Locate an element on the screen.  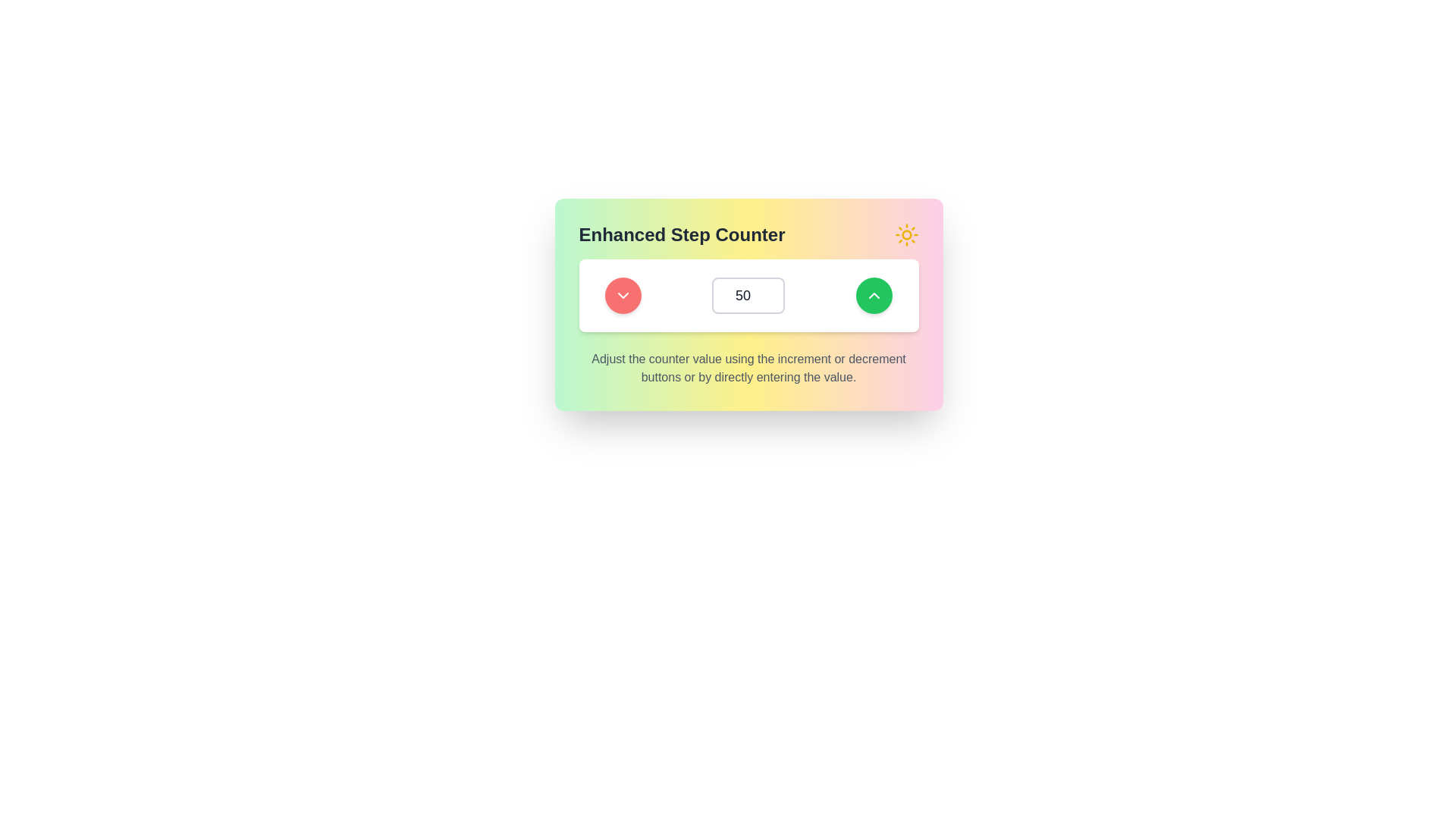
the sun-shaped icon with a yellow outline located is located at coordinates (906, 234).